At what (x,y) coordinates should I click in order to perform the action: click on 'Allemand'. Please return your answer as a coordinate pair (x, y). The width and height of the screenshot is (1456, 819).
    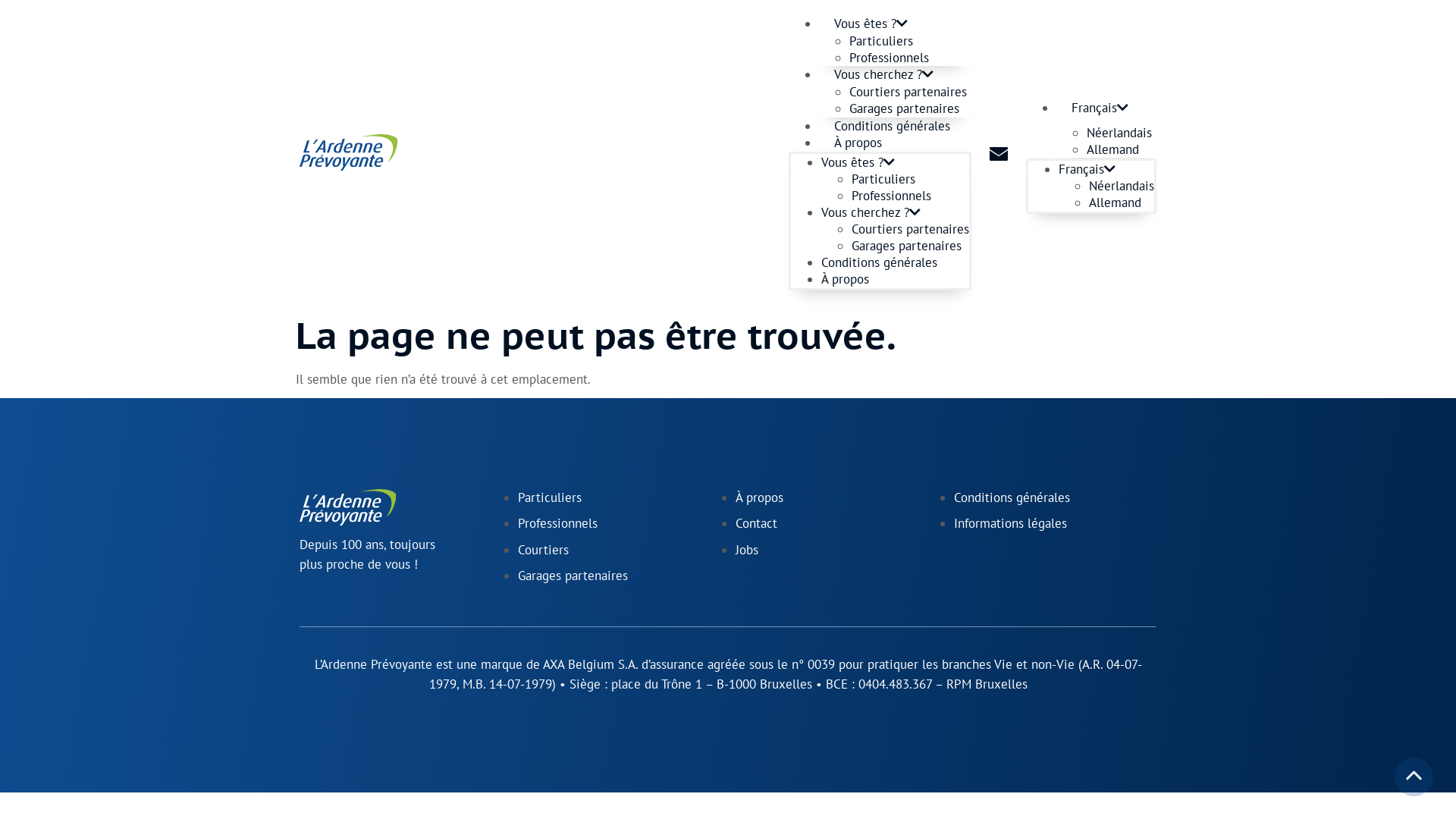
    Looking at the image, I should click on (1121, 149).